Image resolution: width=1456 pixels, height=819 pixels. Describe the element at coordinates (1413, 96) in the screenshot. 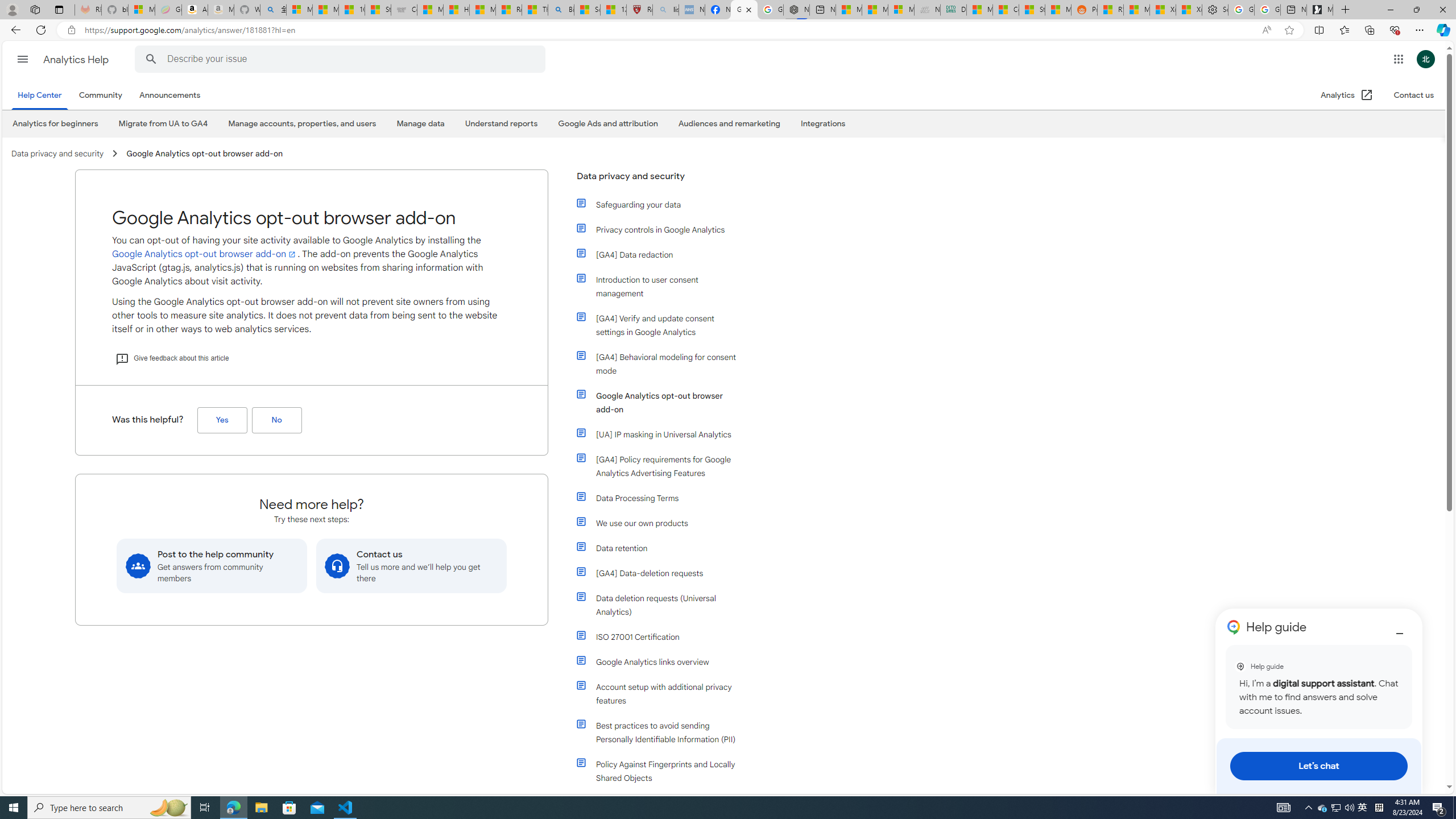

I see `'Contact us'` at that location.